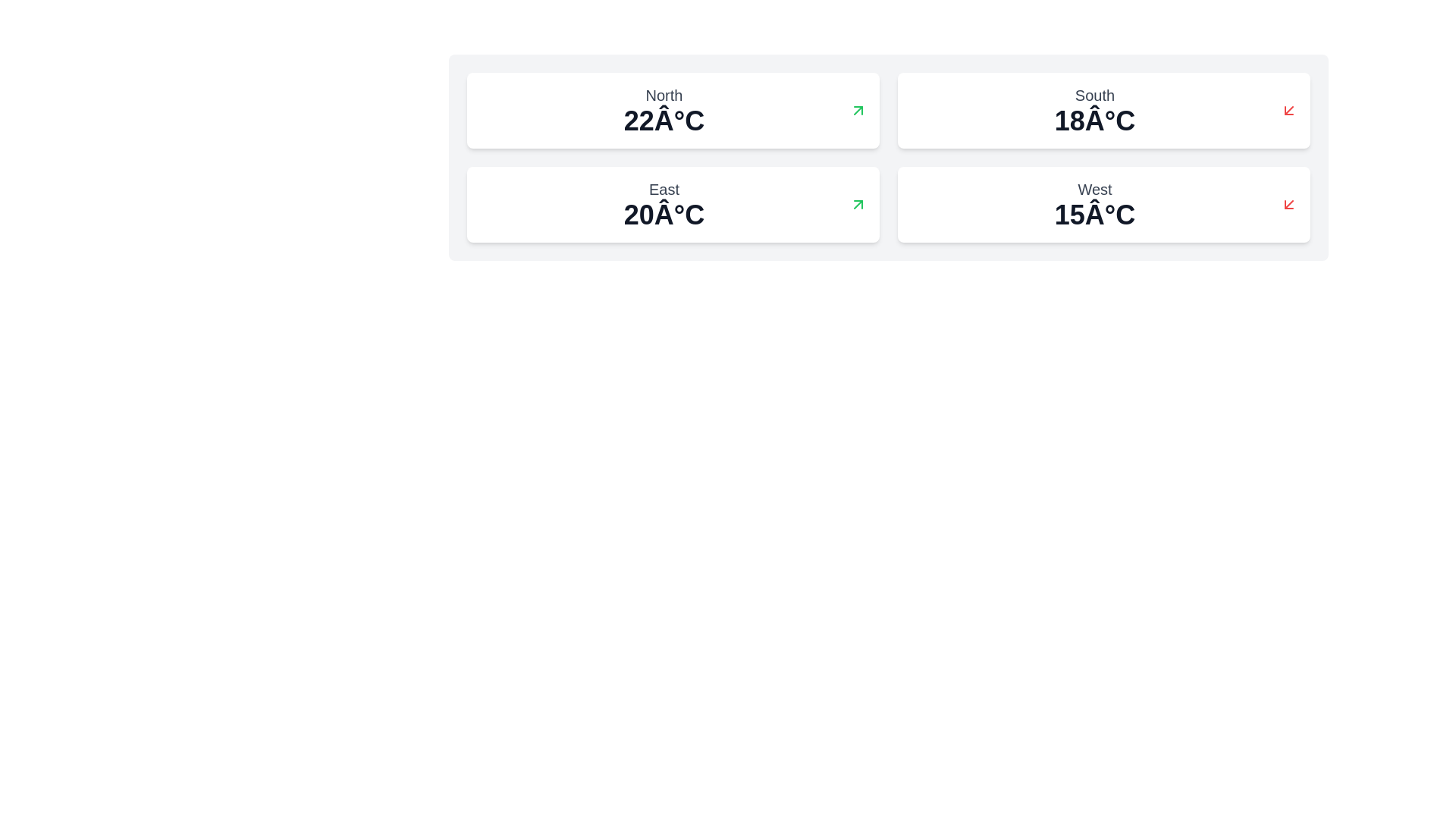  Describe the element at coordinates (664, 215) in the screenshot. I see `the static text displaying '20Â°C' in bold and large font, located within the 'East' panel of the temperature grid layout` at that location.